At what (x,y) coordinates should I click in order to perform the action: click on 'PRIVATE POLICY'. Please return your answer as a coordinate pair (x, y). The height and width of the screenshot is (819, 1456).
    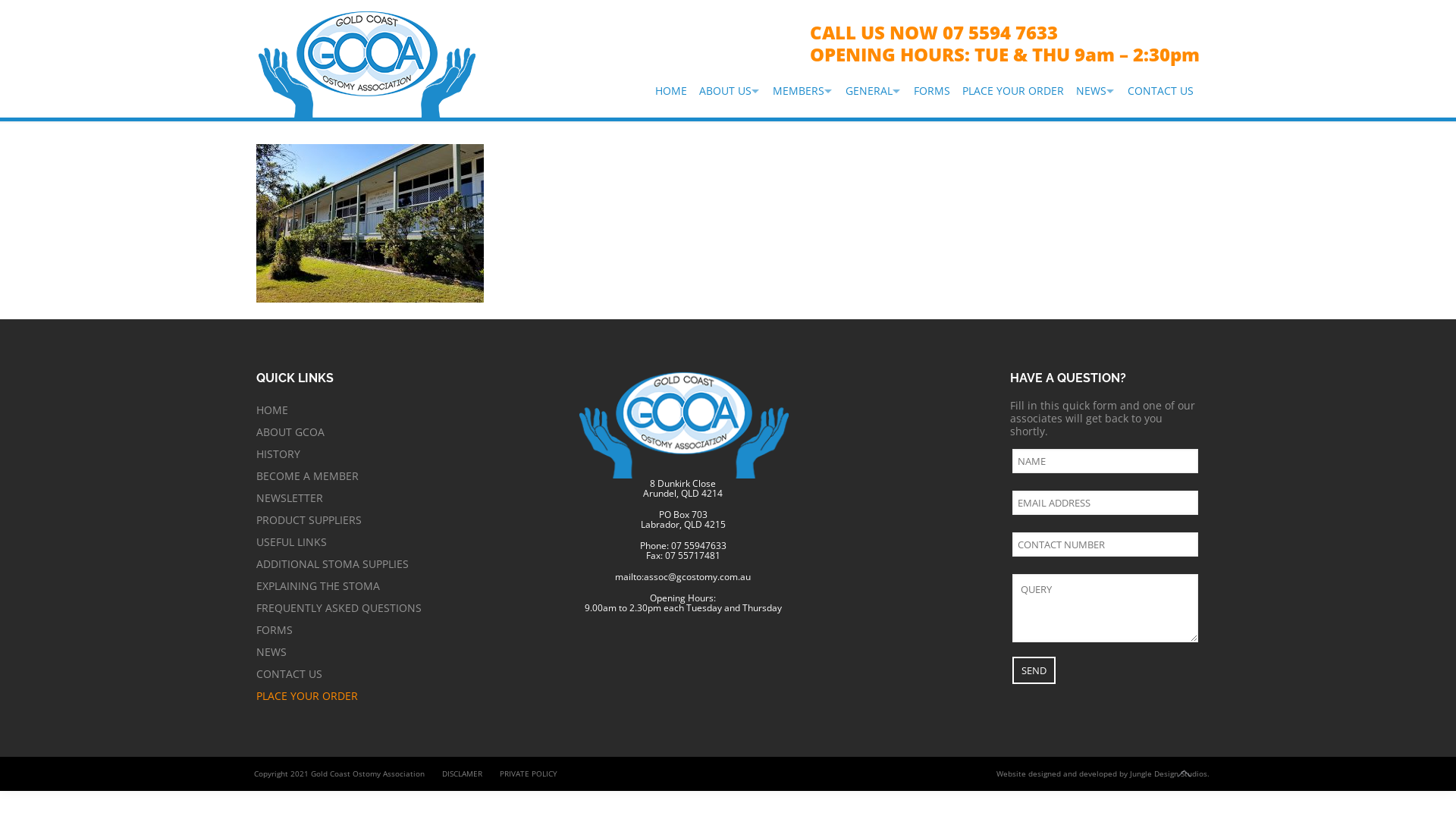
    Looking at the image, I should click on (528, 773).